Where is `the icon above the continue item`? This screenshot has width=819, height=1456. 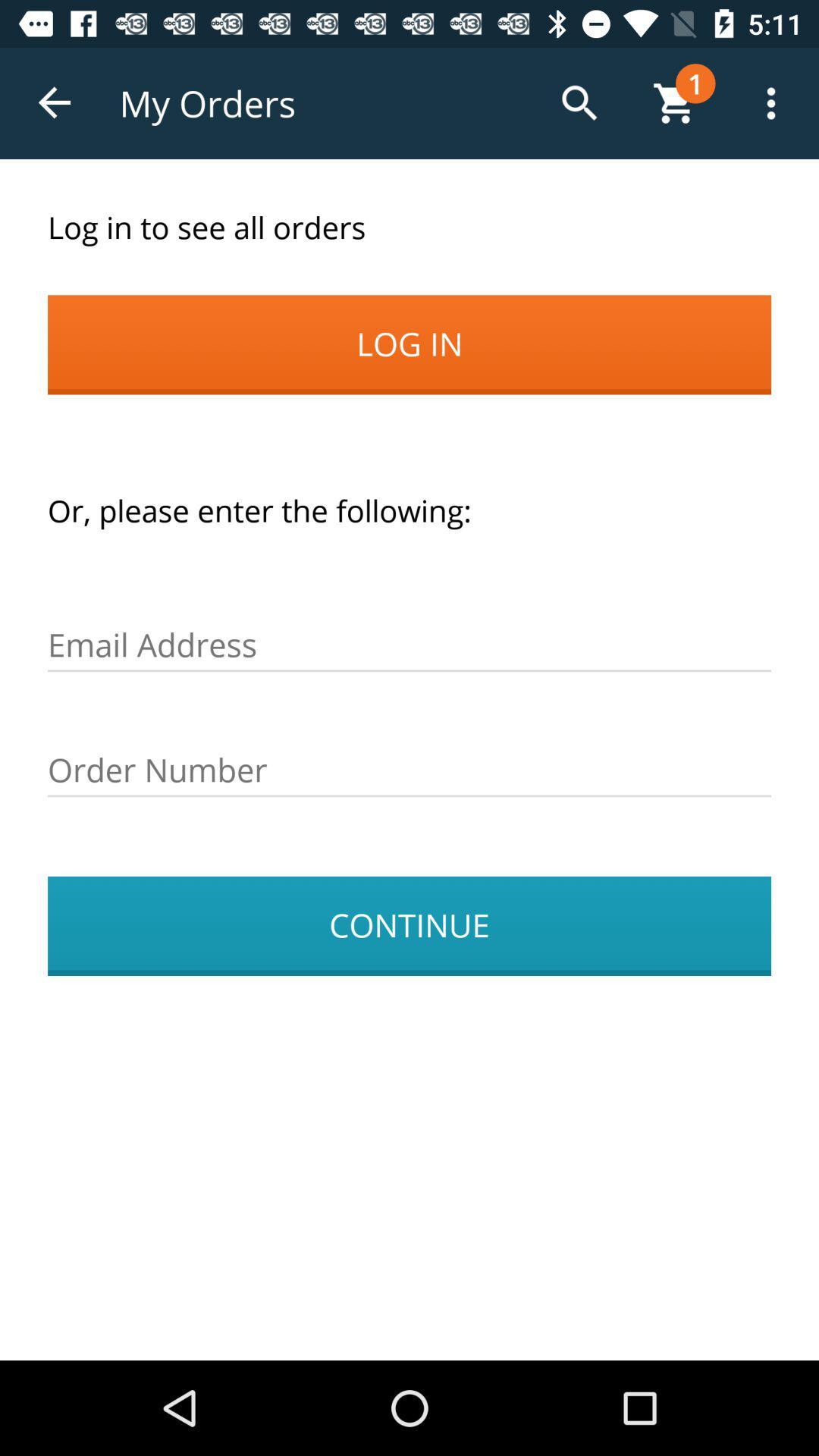 the icon above the continue item is located at coordinates (409, 770).